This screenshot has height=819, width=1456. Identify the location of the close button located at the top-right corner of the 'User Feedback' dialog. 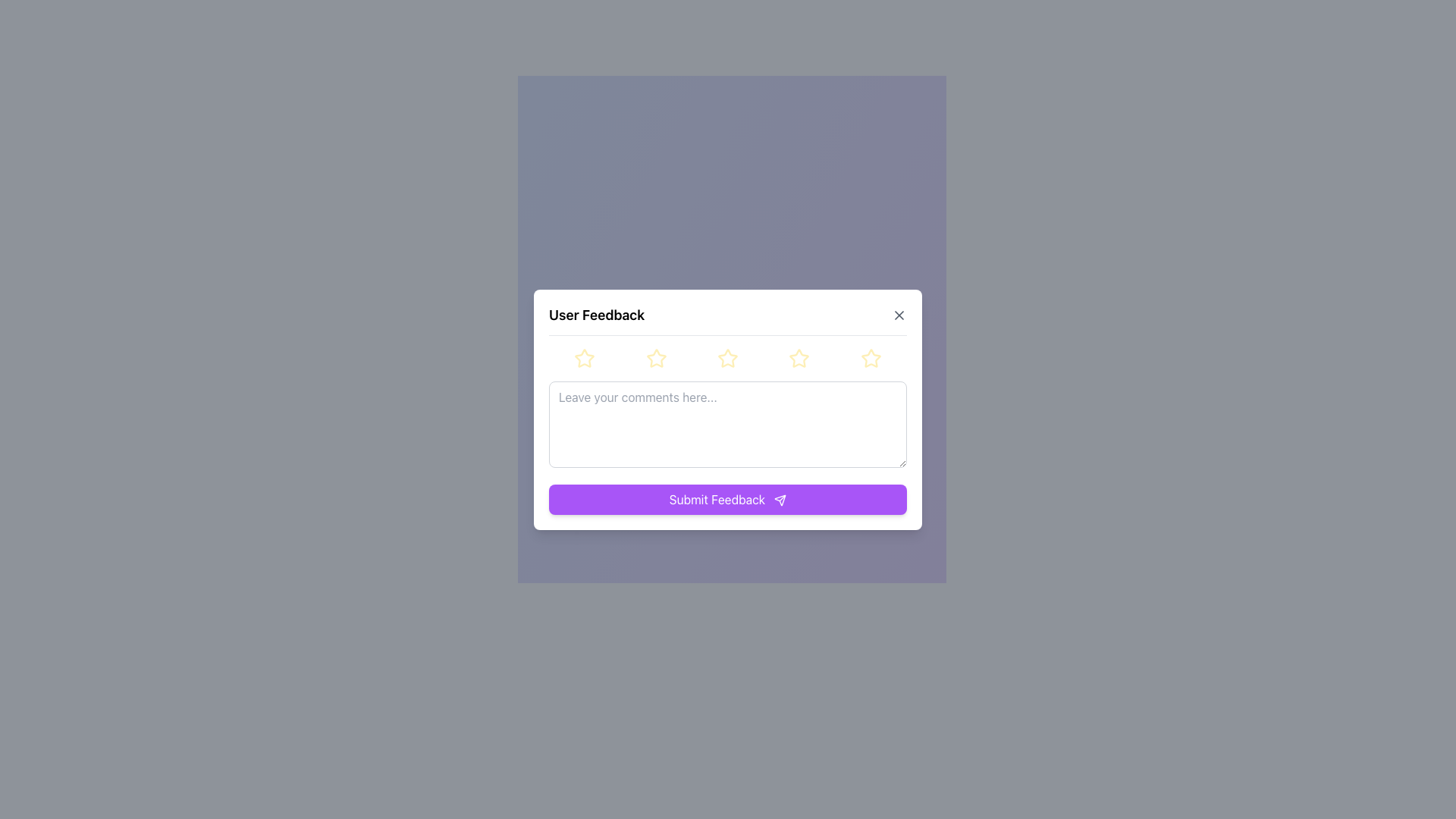
(899, 314).